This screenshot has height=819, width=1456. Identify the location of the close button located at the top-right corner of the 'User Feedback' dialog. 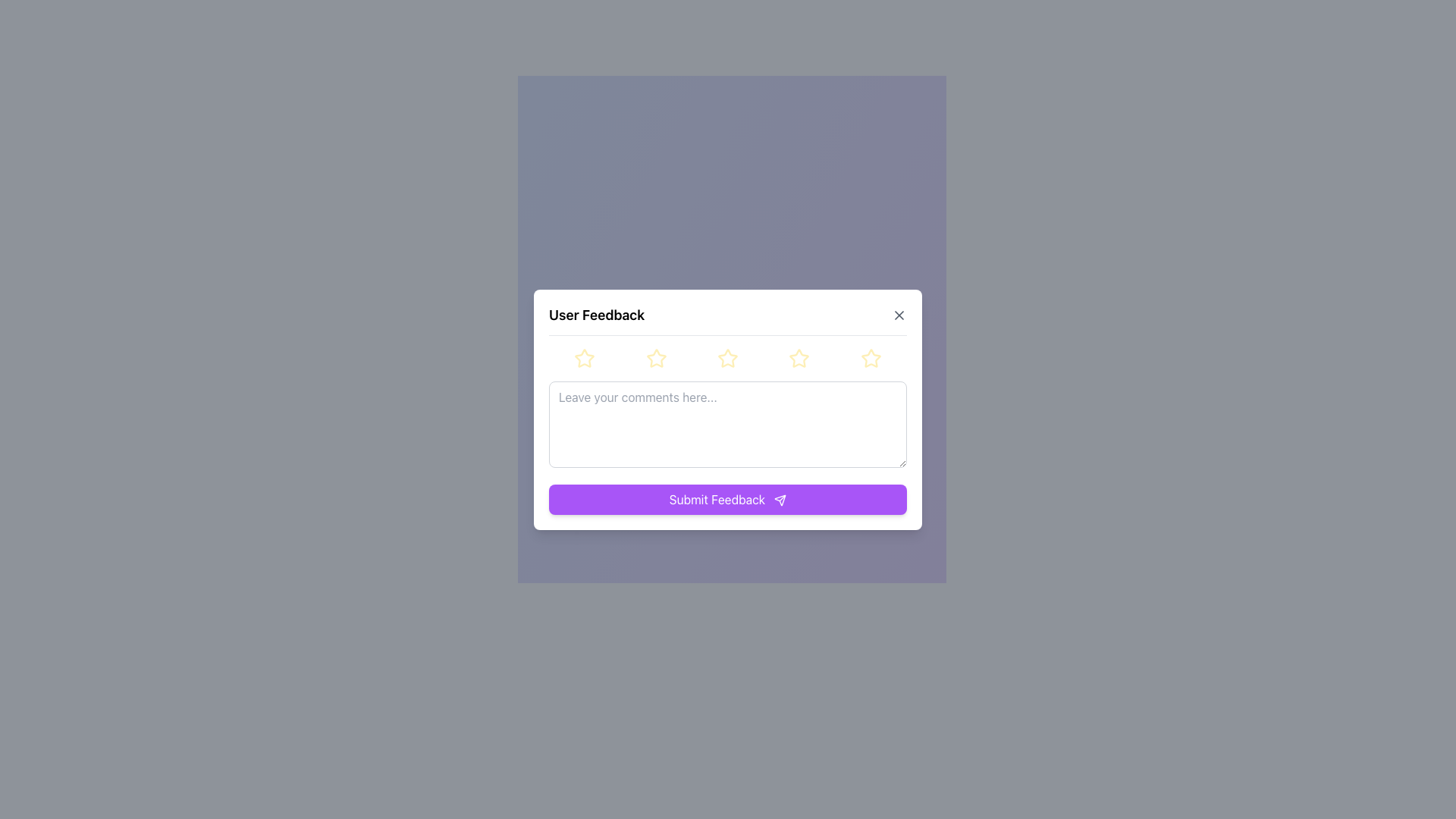
(899, 314).